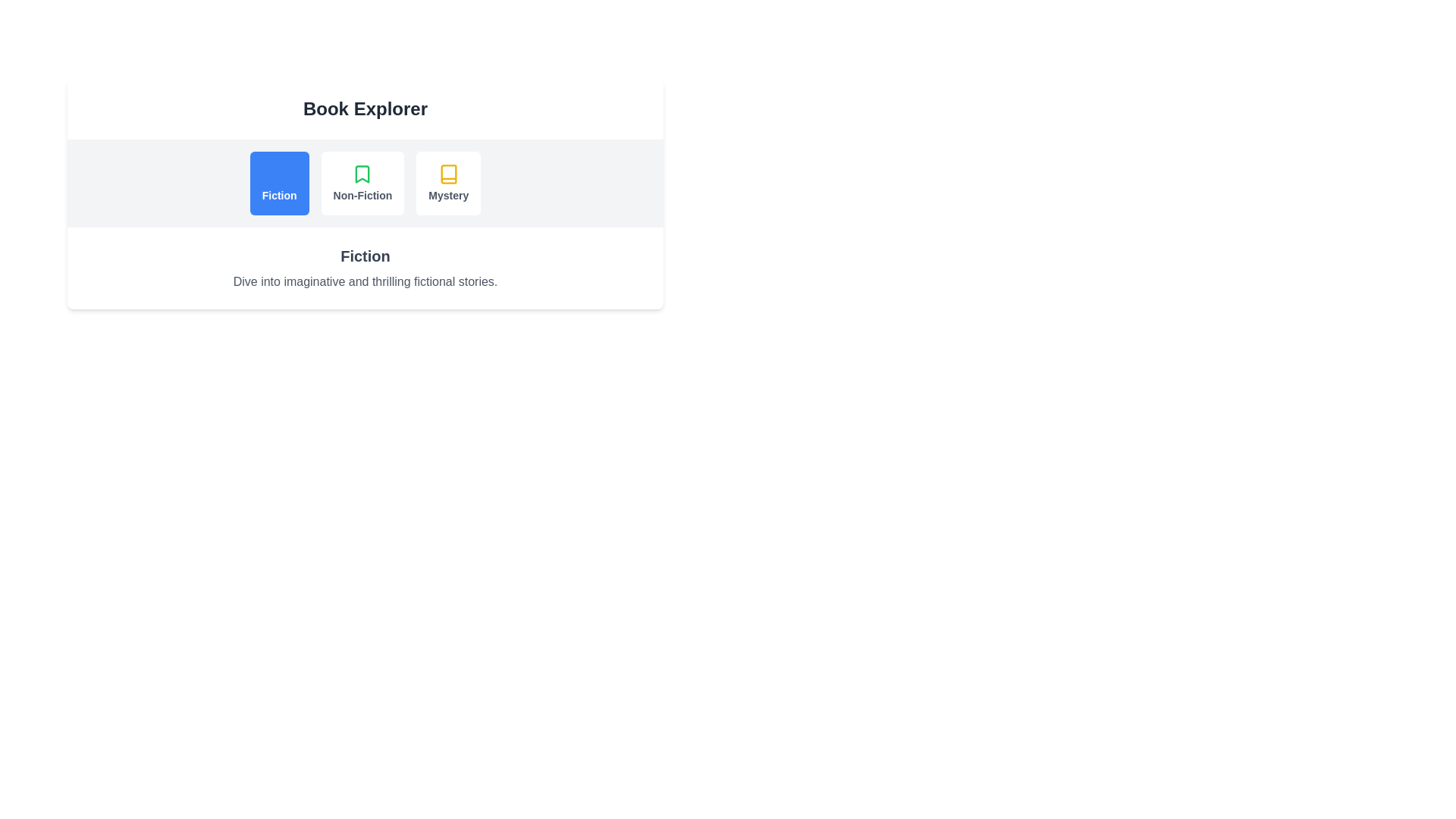 The image size is (1456, 819). Describe the element at coordinates (362, 183) in the screenshot. I see `the tab labeled Non-Fiction to activate it` at that location.